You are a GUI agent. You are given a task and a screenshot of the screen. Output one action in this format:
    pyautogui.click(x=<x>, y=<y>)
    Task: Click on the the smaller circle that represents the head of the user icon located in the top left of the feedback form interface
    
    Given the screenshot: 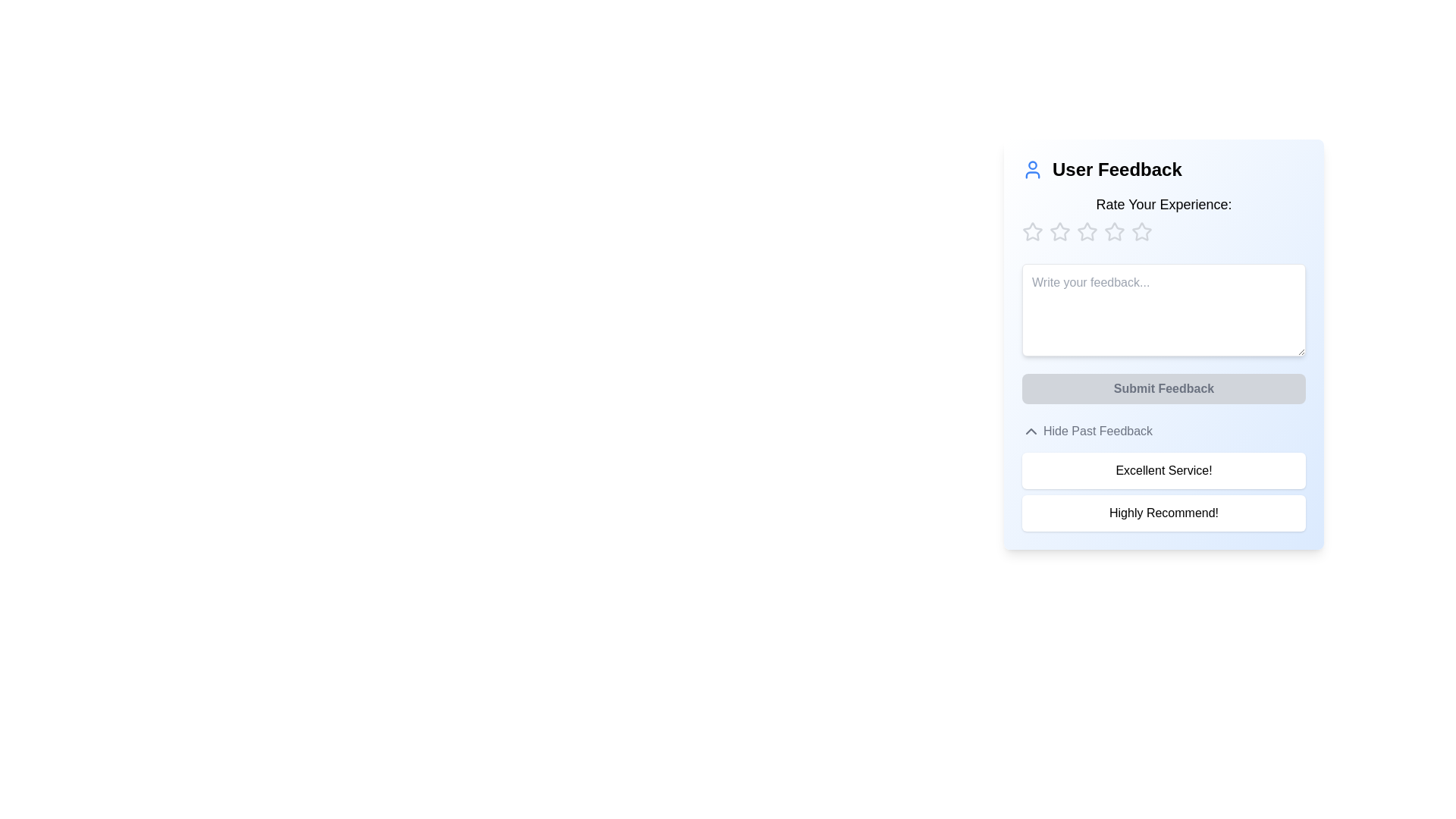 What is the action you would take?
    pyautogui.click(x=1032, y=165)
    